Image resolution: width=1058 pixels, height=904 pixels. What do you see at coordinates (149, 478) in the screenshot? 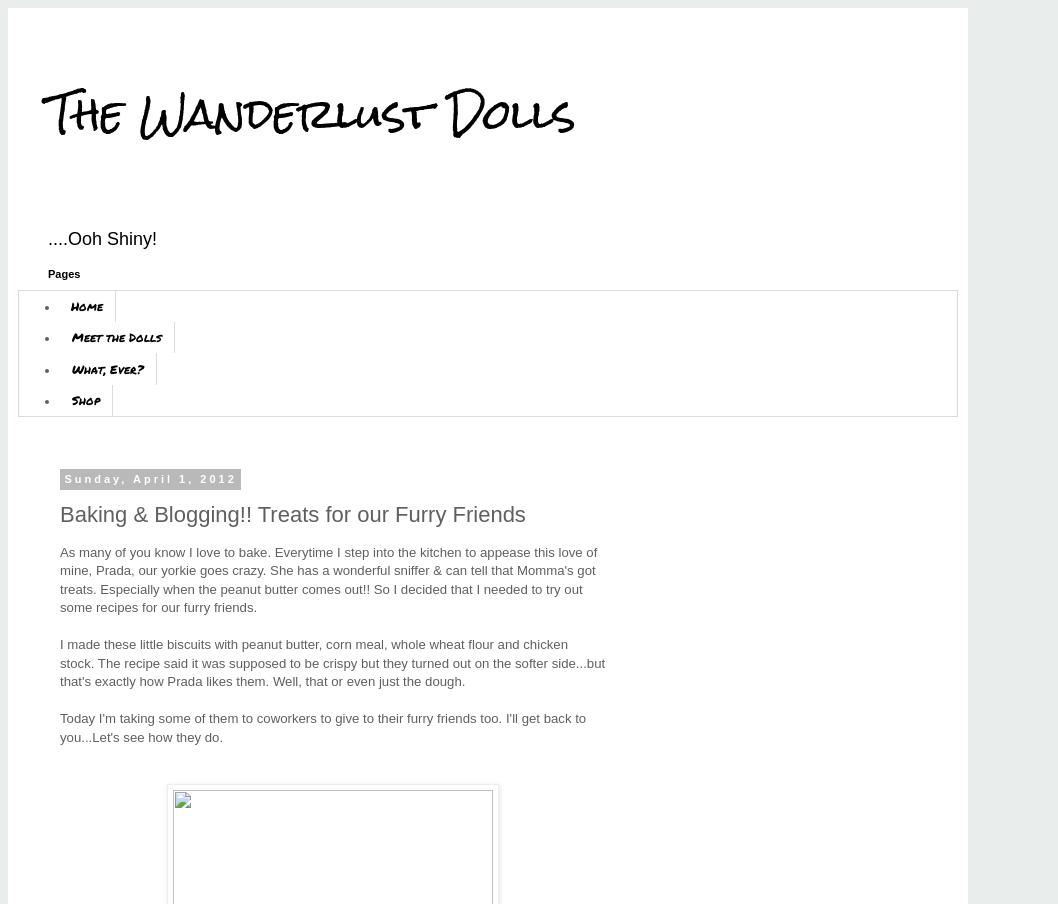
I see `'Sunday, April 1, 2012'` at bounding box center [149, 478].